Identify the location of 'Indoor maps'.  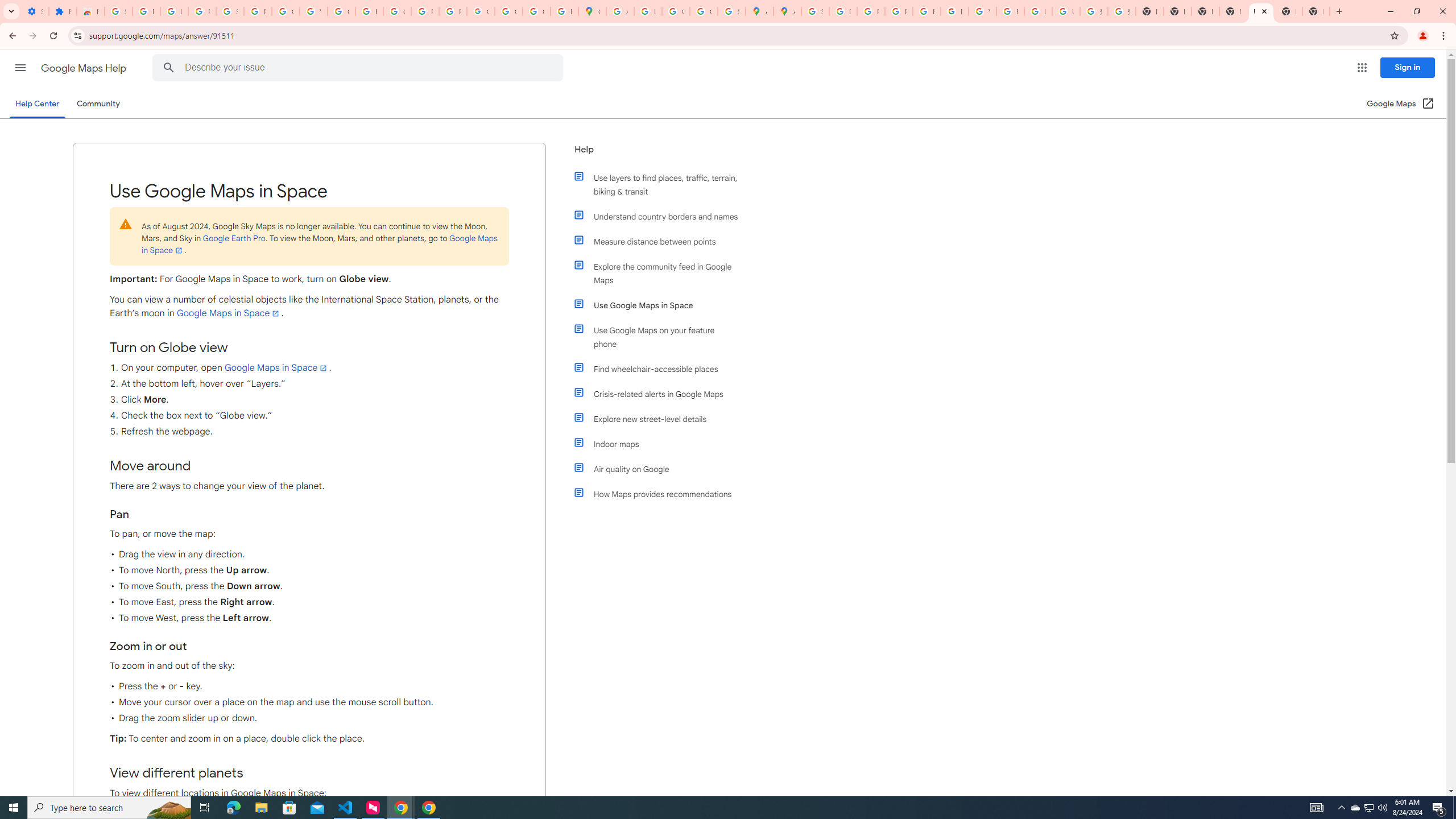
(661, 444).